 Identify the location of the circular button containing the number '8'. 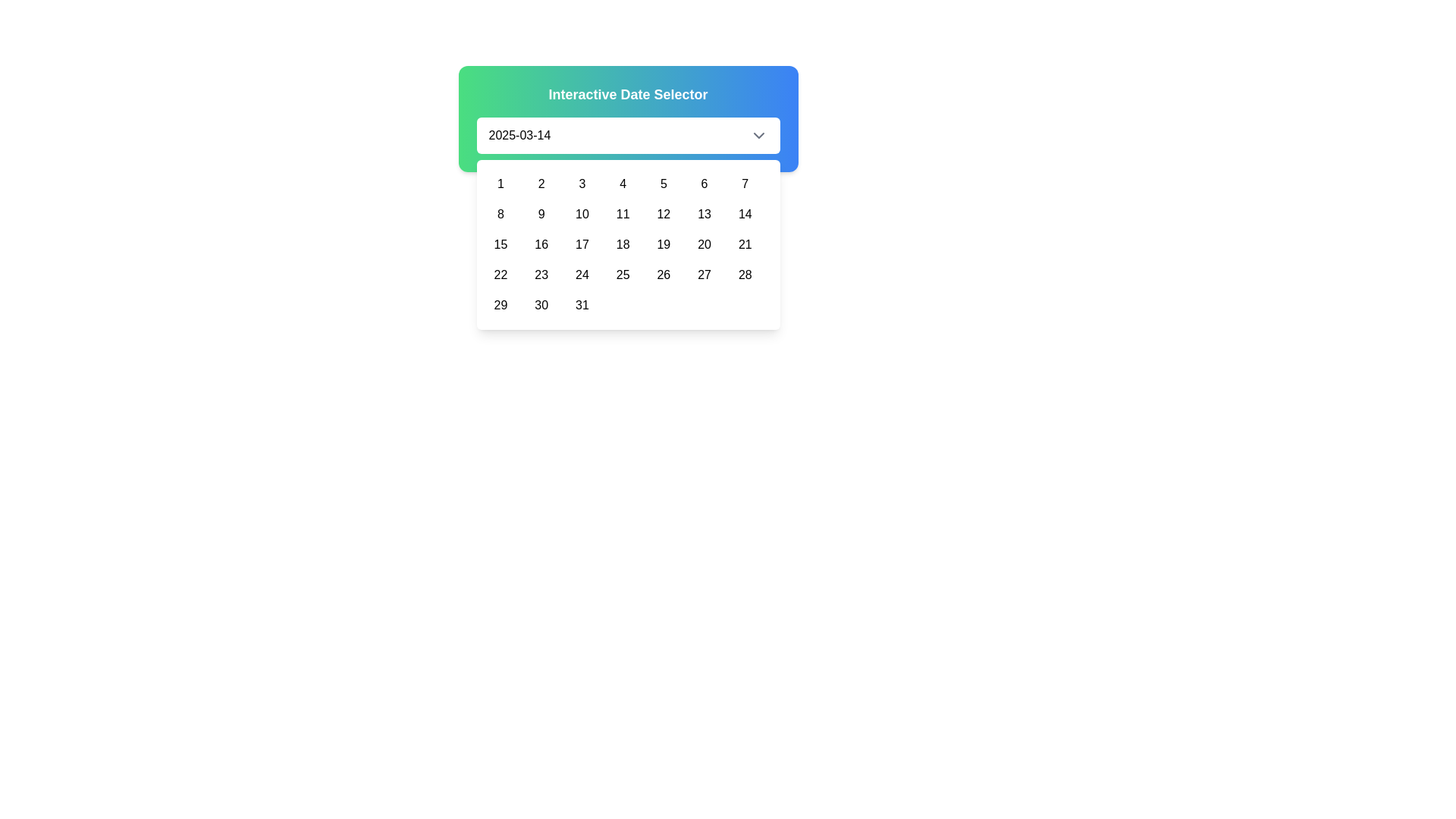
(500, 214).